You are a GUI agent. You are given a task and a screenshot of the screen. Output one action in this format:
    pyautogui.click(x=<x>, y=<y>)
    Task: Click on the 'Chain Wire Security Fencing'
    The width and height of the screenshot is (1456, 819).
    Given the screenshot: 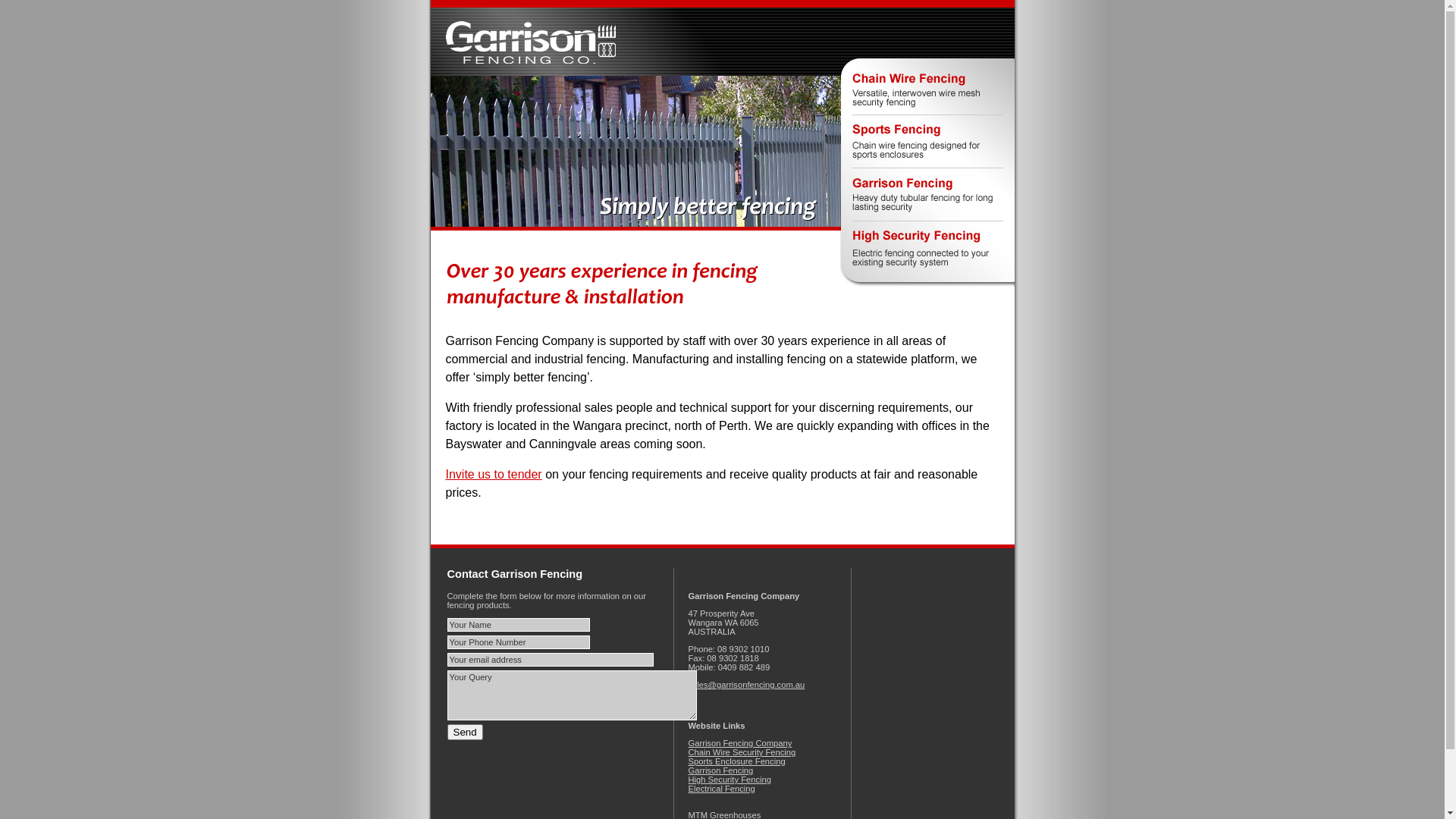 What is the action you would take?
    pyautogui.click(x=742, y=752)
    